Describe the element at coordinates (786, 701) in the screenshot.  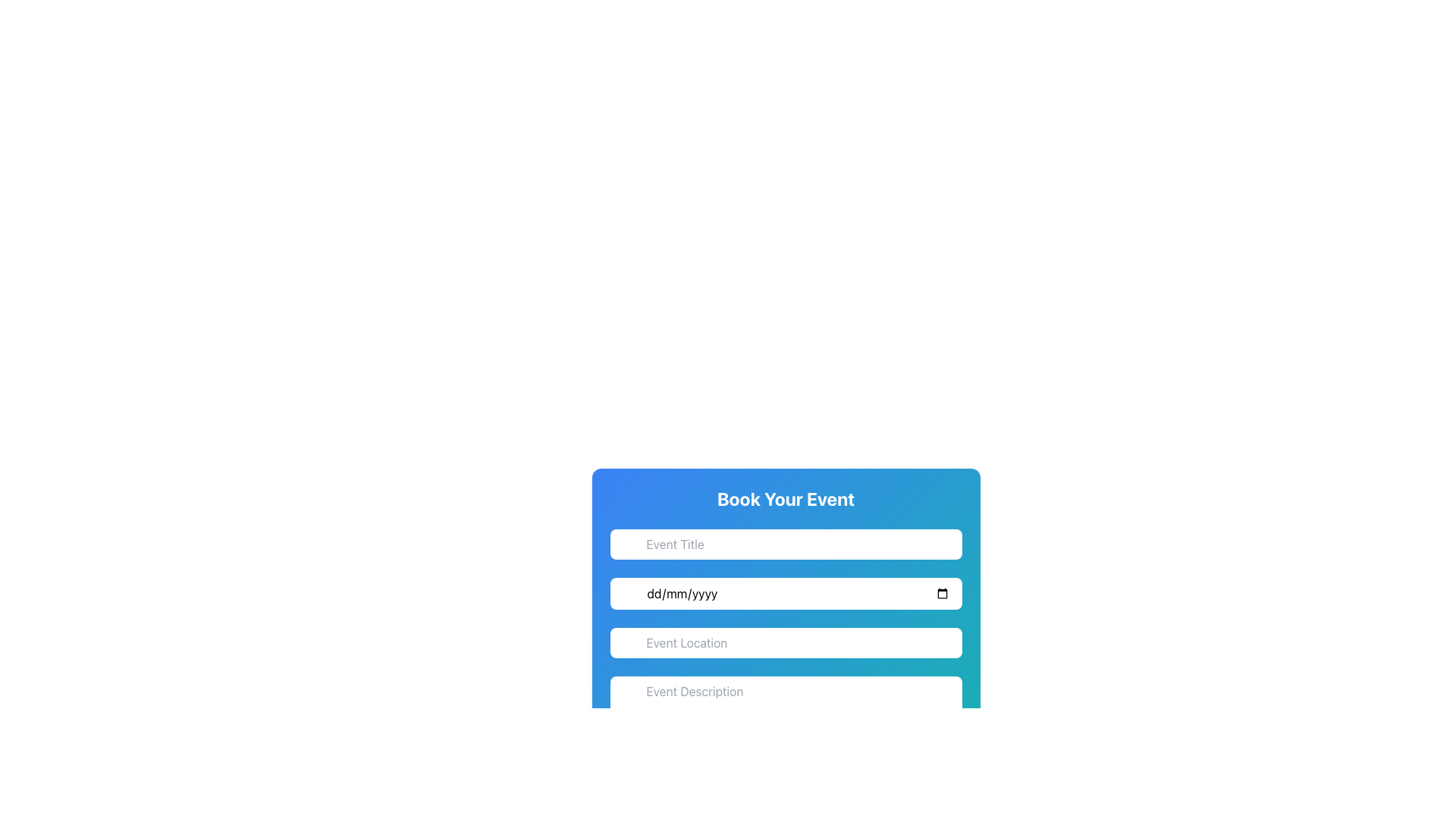
I see `the 'Event Description' input field to focus on it` at that location.